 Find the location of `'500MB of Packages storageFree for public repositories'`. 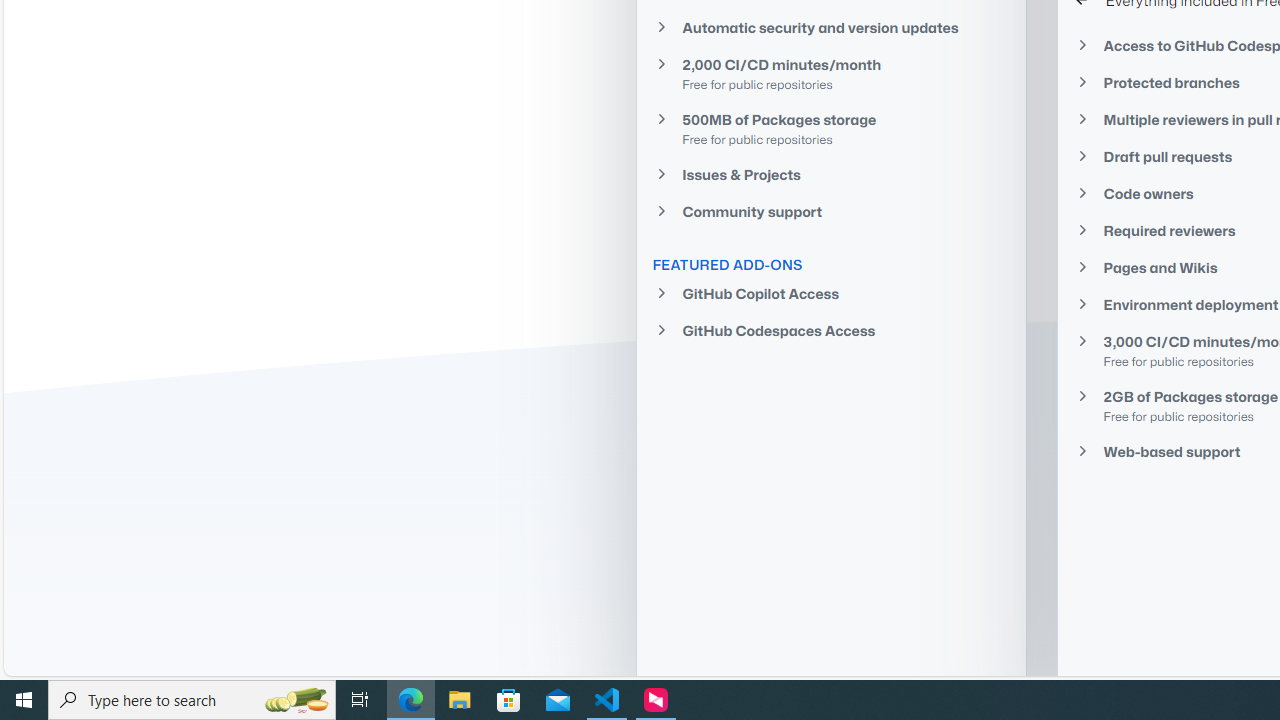

'500MB of Packages storageFree for public repositories' is located at coordinates (830, 128).